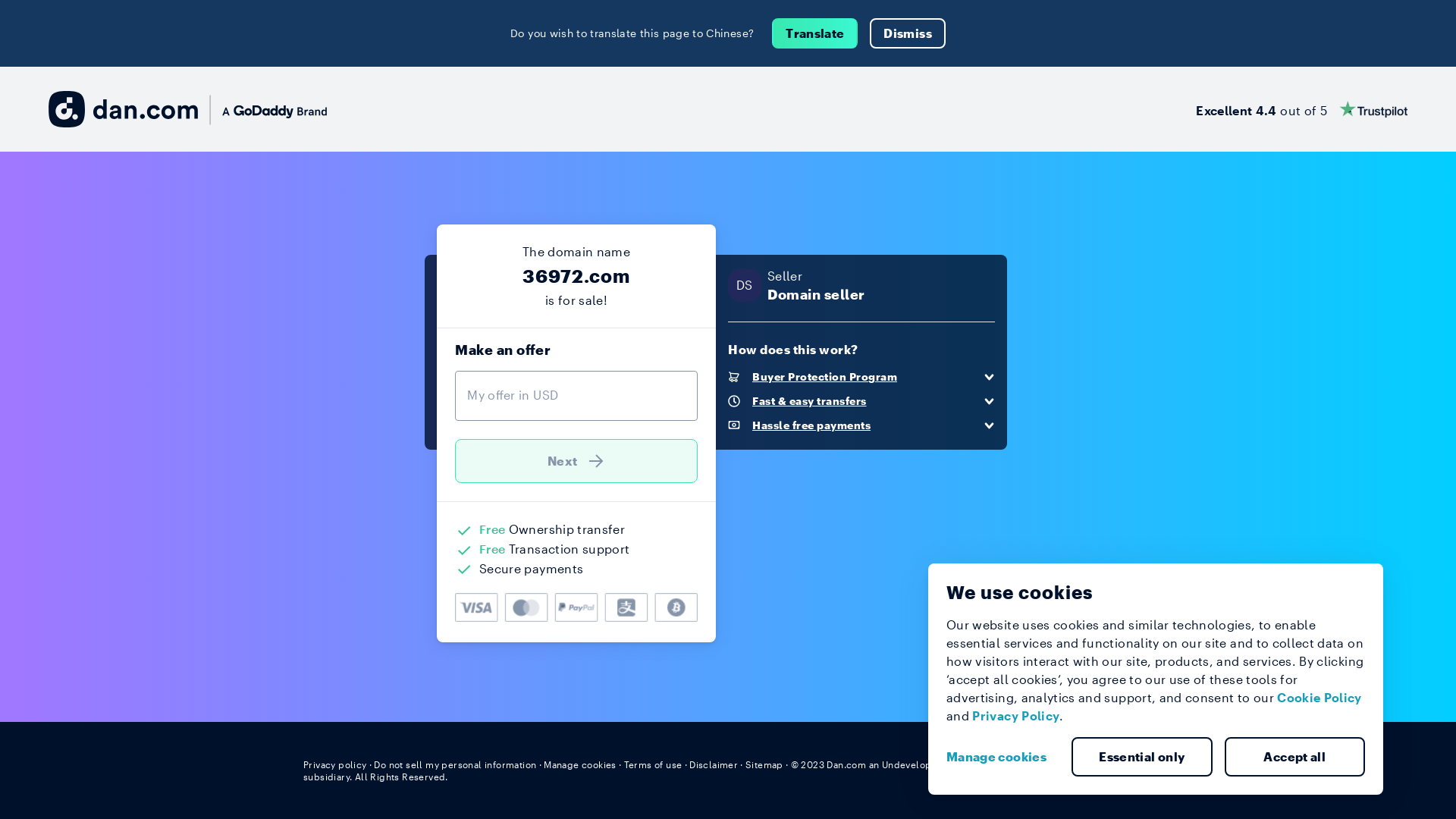  I want to click on 'Excellent 4.4 out of 5', so click(1301, 108).